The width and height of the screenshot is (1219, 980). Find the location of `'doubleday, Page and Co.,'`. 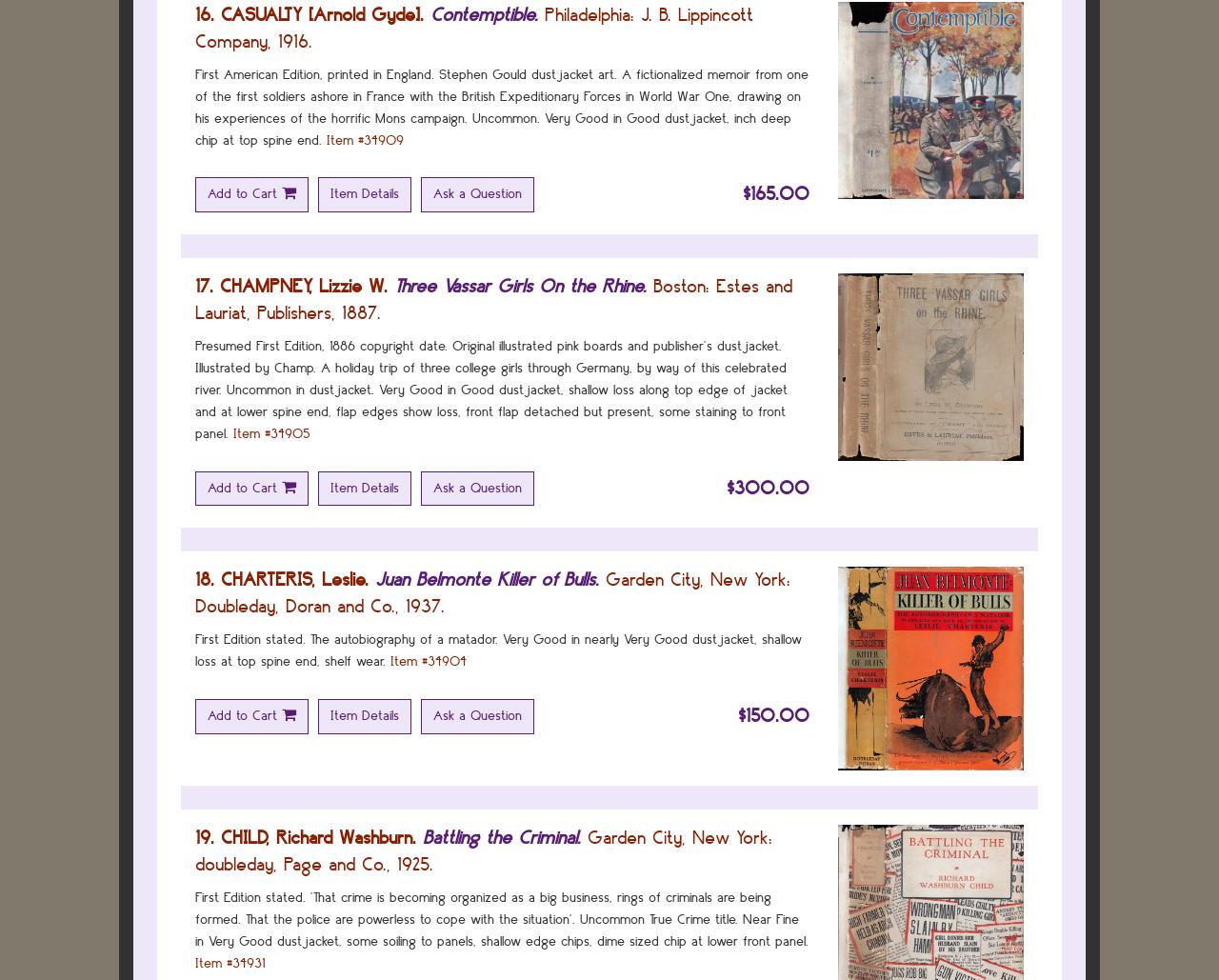

'doubleday, Page and Co.,' is located at coordinates (291, 863).